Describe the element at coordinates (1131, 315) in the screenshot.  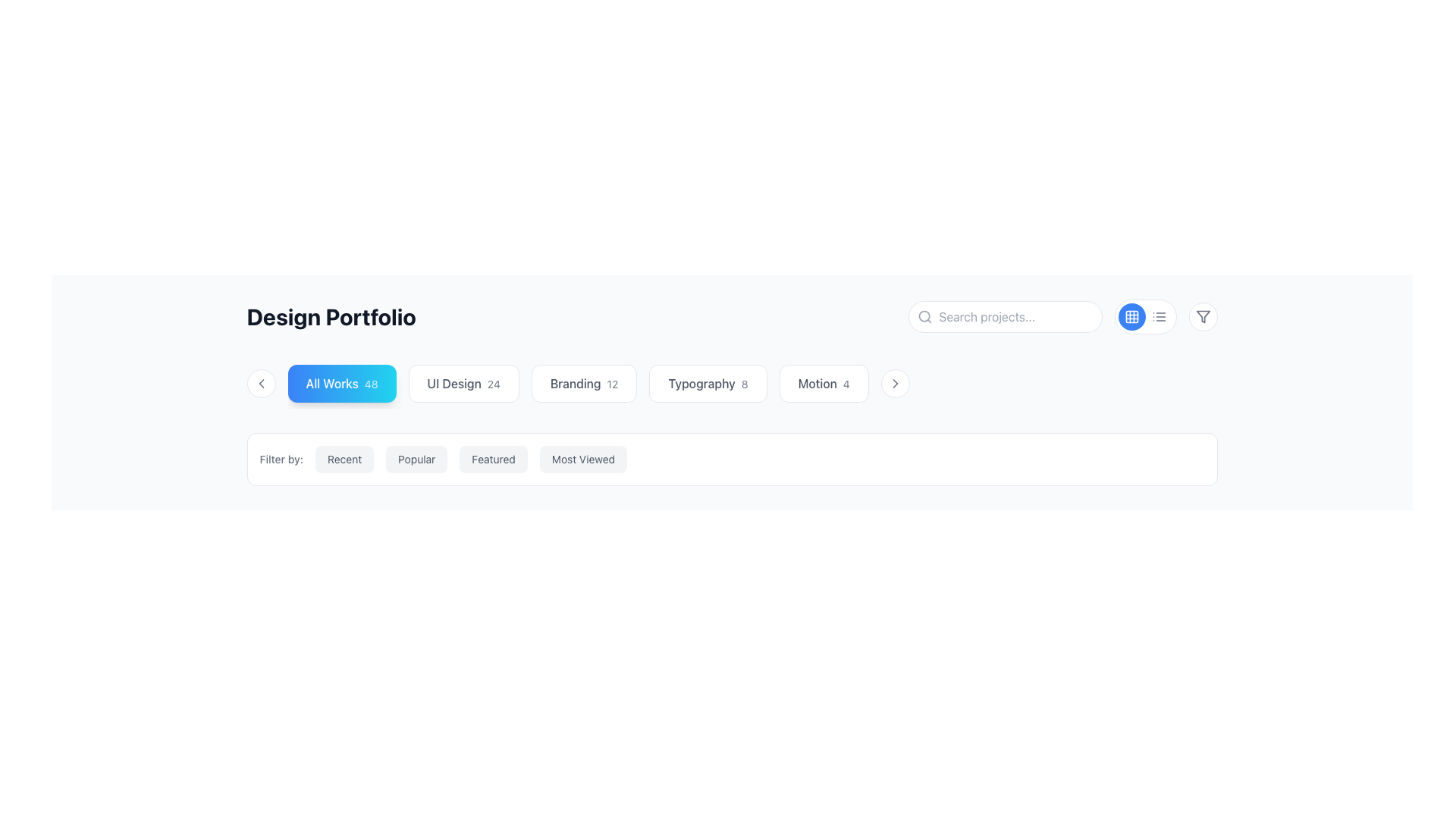
I see `the small rectangular blue icon with rounded corners located in the top-right corner of the interface, which represents the central cell of a 3x3 grid layout` at that location.